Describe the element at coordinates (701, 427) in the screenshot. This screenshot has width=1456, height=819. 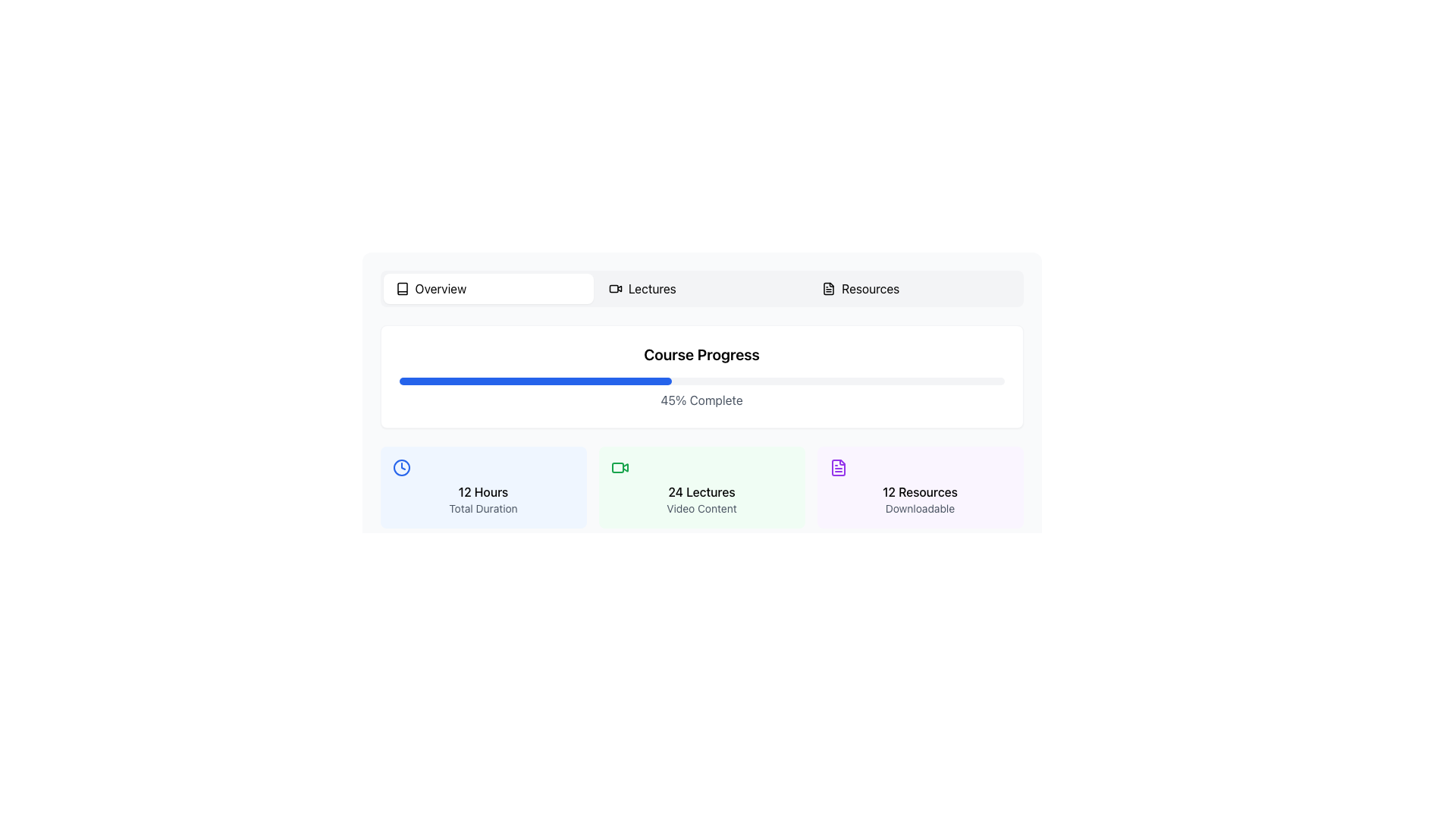
I see `the individual sections of the 'Course Progress' tracker to retrieve additional information about each section's statistics` at that location.